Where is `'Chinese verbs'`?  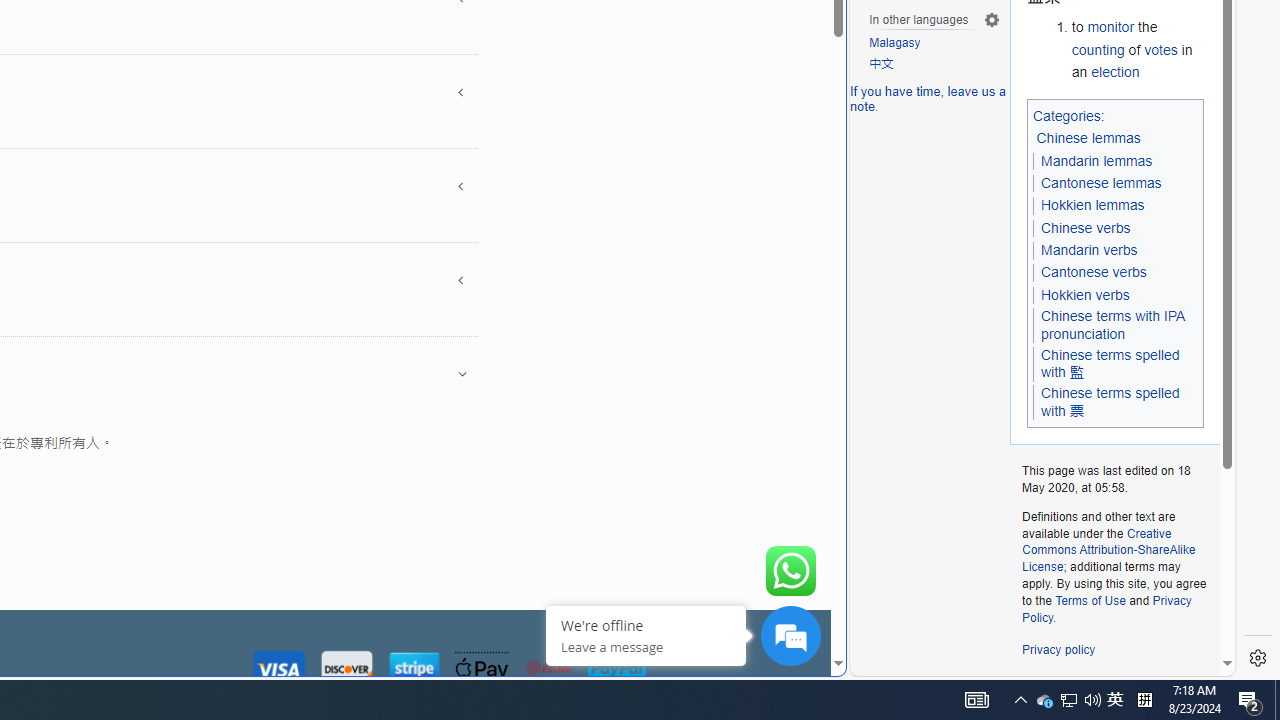 'Chinese verbs' is located at coordinates (1085, 226).